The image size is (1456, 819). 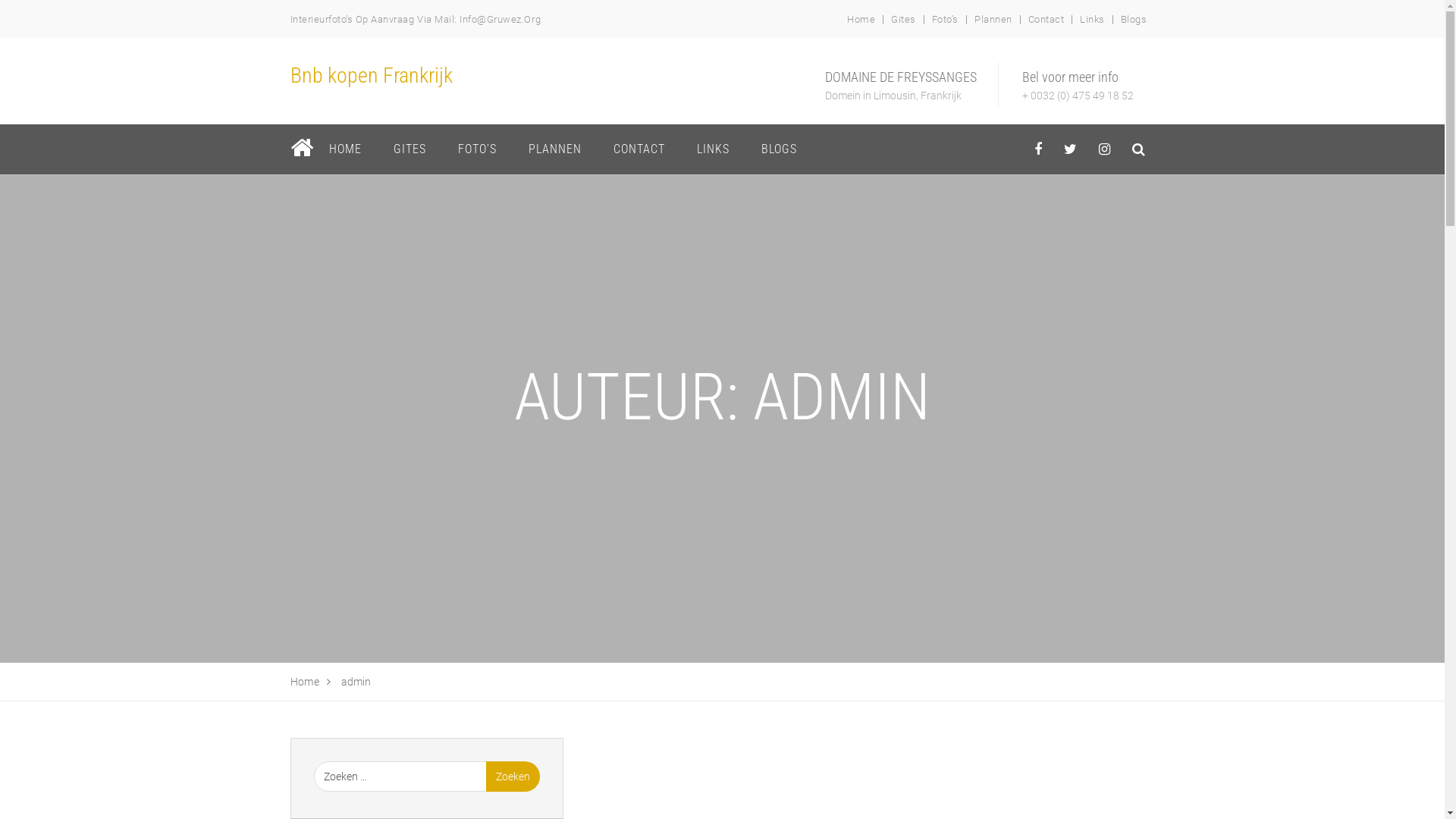 I want to click on 'behance', so click(x=1122, y=149).